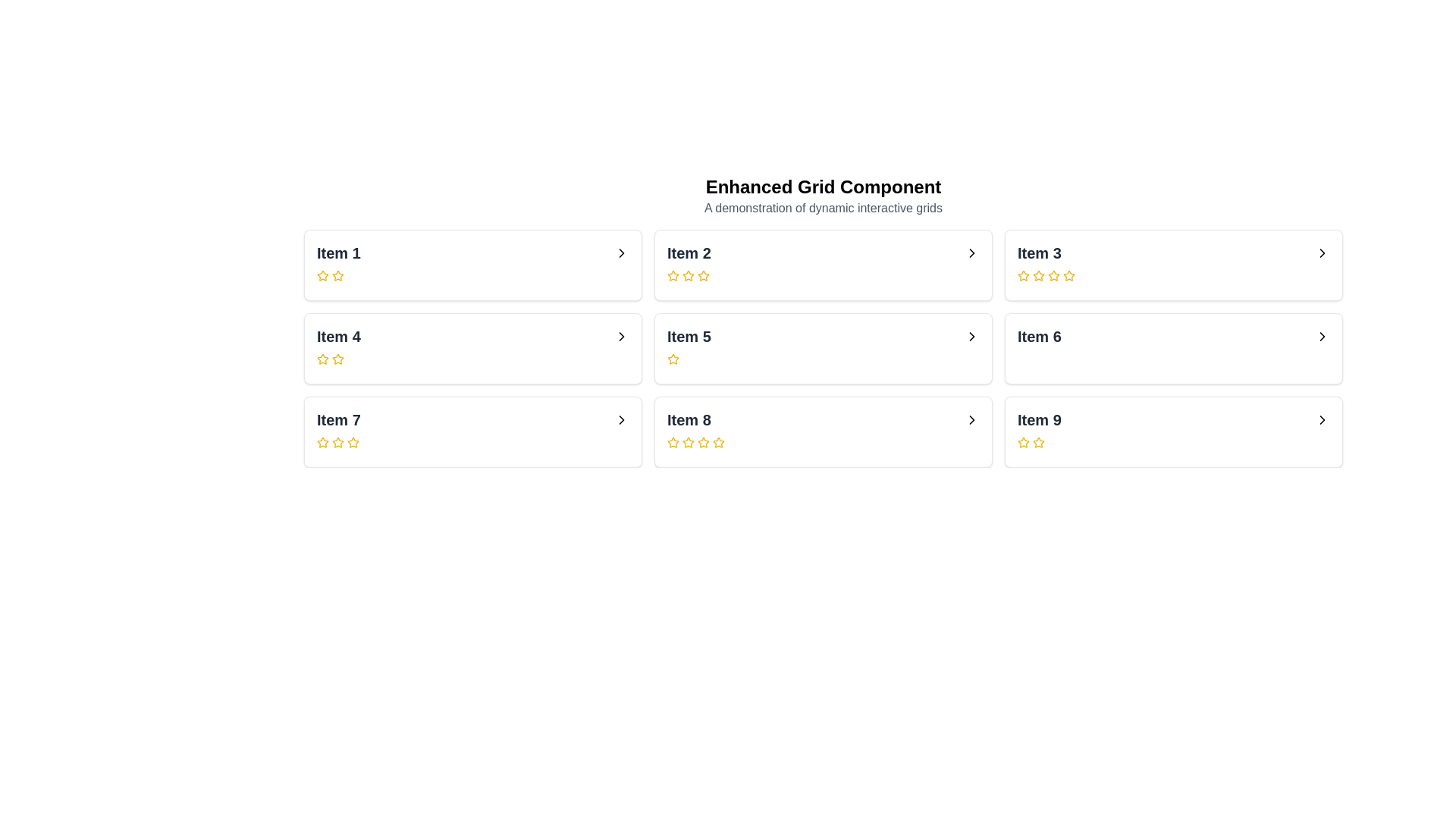  What do you see at coordinates (1173, 442) in the screenshot?
I see `the Rating Indicator (Star icons) located below the title 'Item 9' in the last column of the bottom row in a grid layout` at bounding box center [1173, 442].